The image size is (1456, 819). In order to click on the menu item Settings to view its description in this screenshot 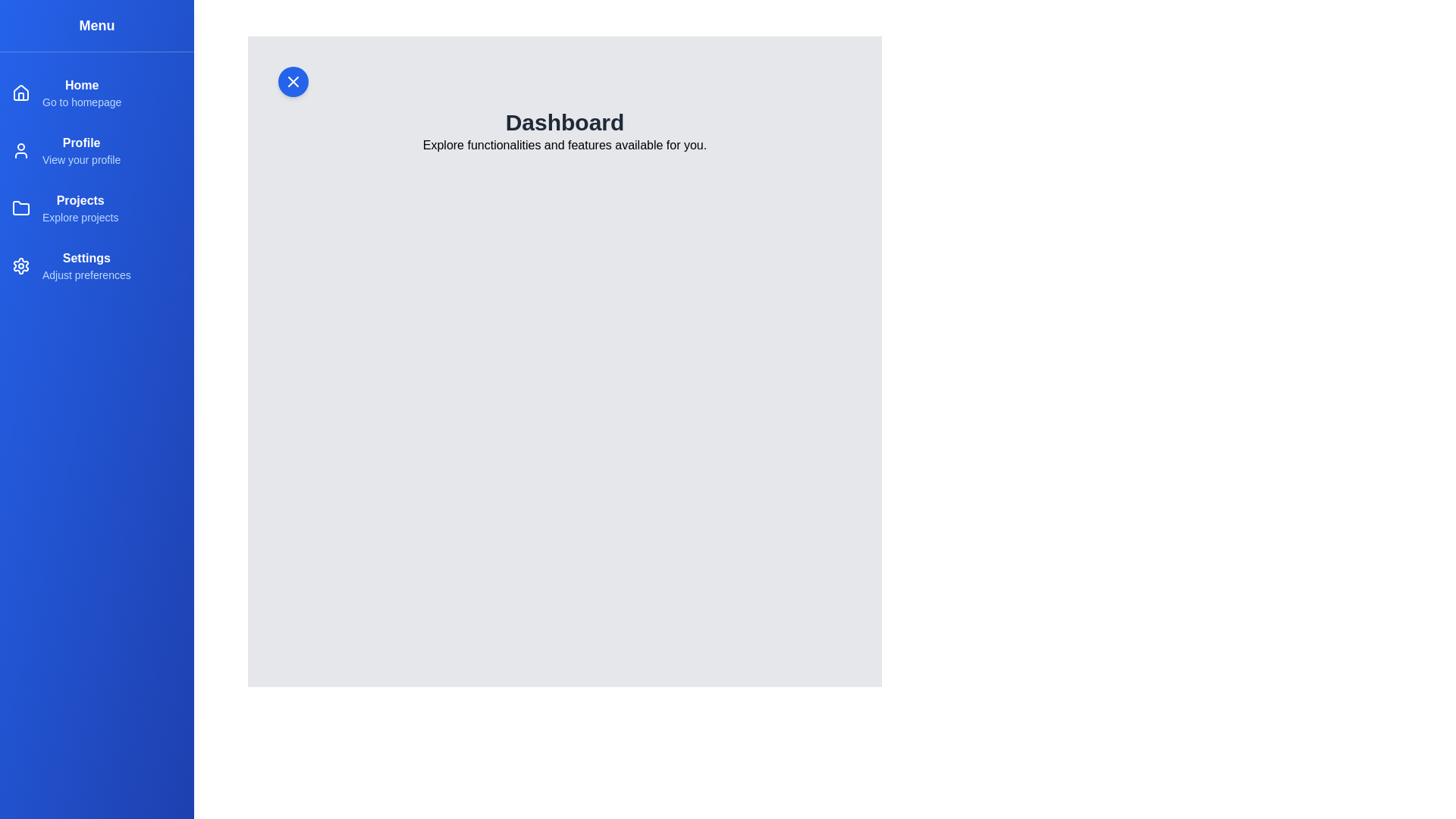, I will do `click(96, 265)`.